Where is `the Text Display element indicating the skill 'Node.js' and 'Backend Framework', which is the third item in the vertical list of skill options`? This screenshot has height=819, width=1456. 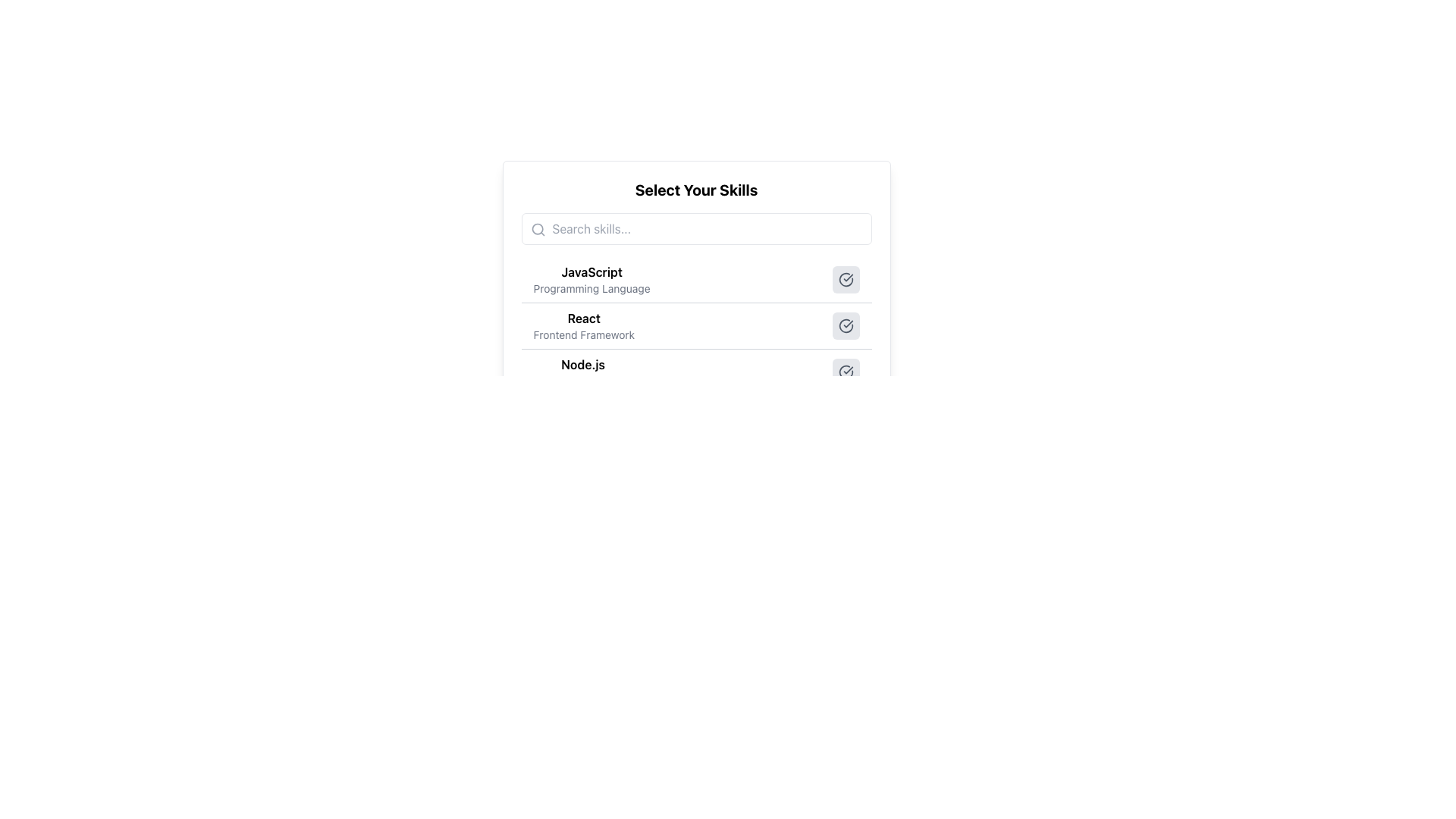 the Text Display element indicating the skill 'Node.js' and 'Backend Framework', which is the third item in the vertical list of skill options is located at coordinates (582, 372).